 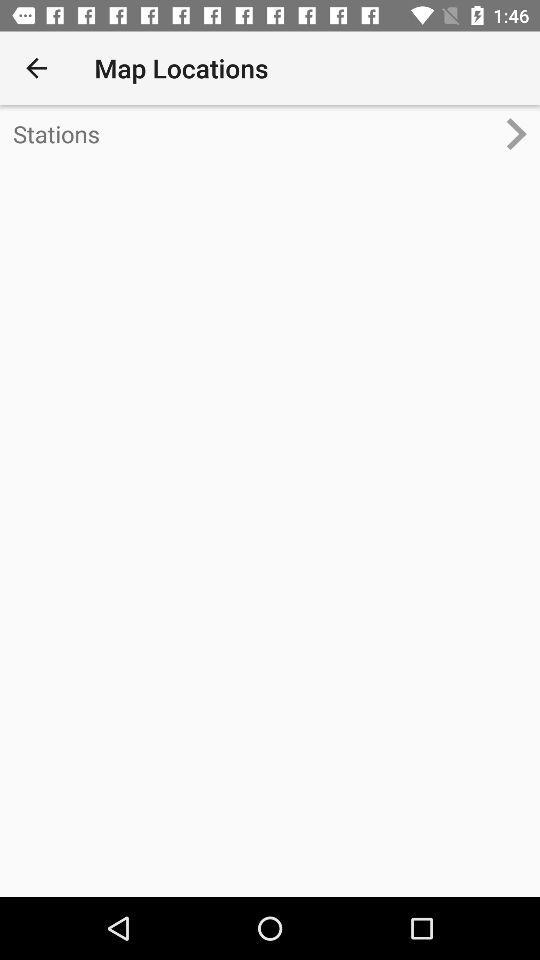 I want to click on item at the top right corner, so click(x=523, y=132).